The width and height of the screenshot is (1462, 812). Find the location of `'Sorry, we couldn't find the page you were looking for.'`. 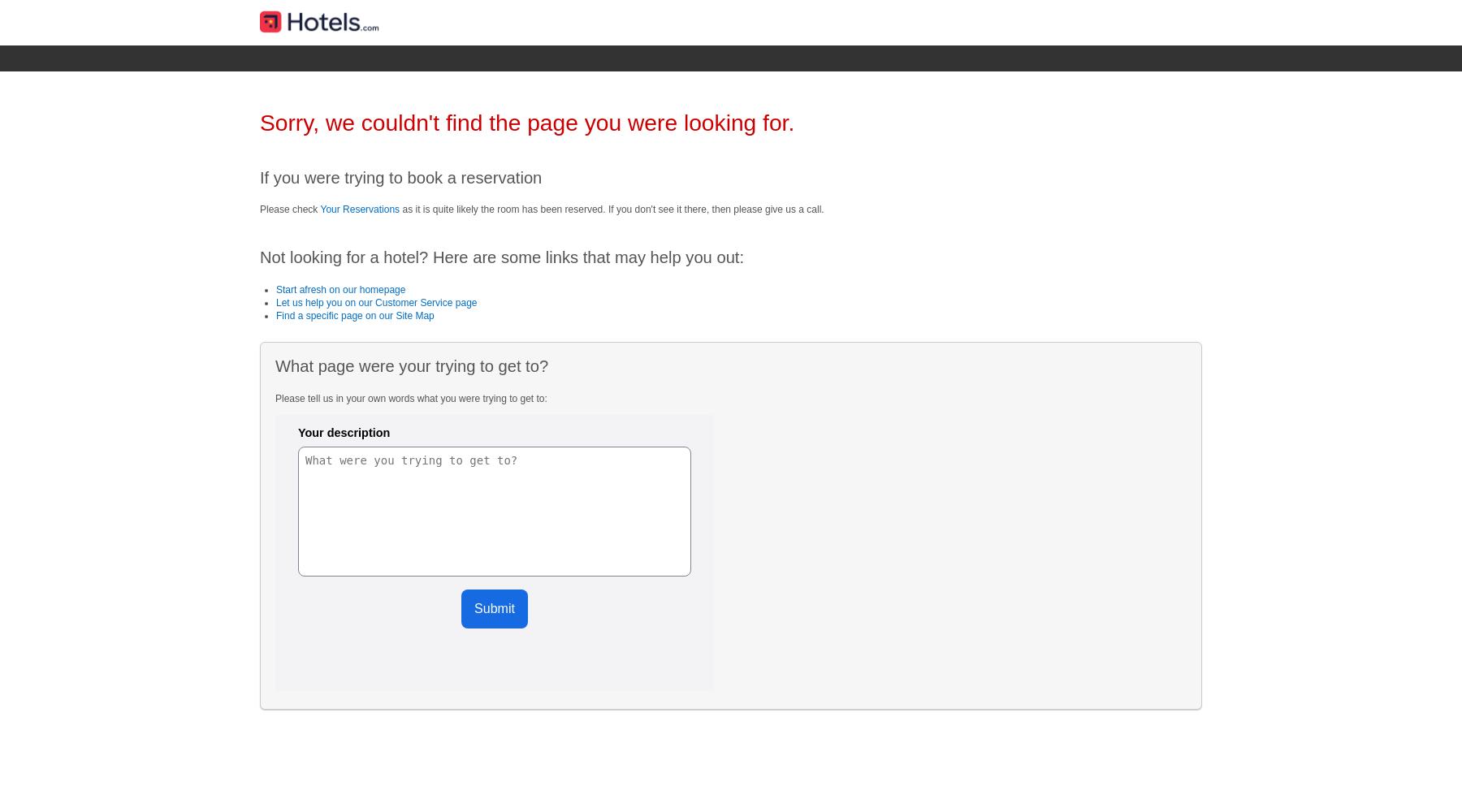

'Sorry, we couldn't find the page you were looking for.' is located at coordinates (527, 123).